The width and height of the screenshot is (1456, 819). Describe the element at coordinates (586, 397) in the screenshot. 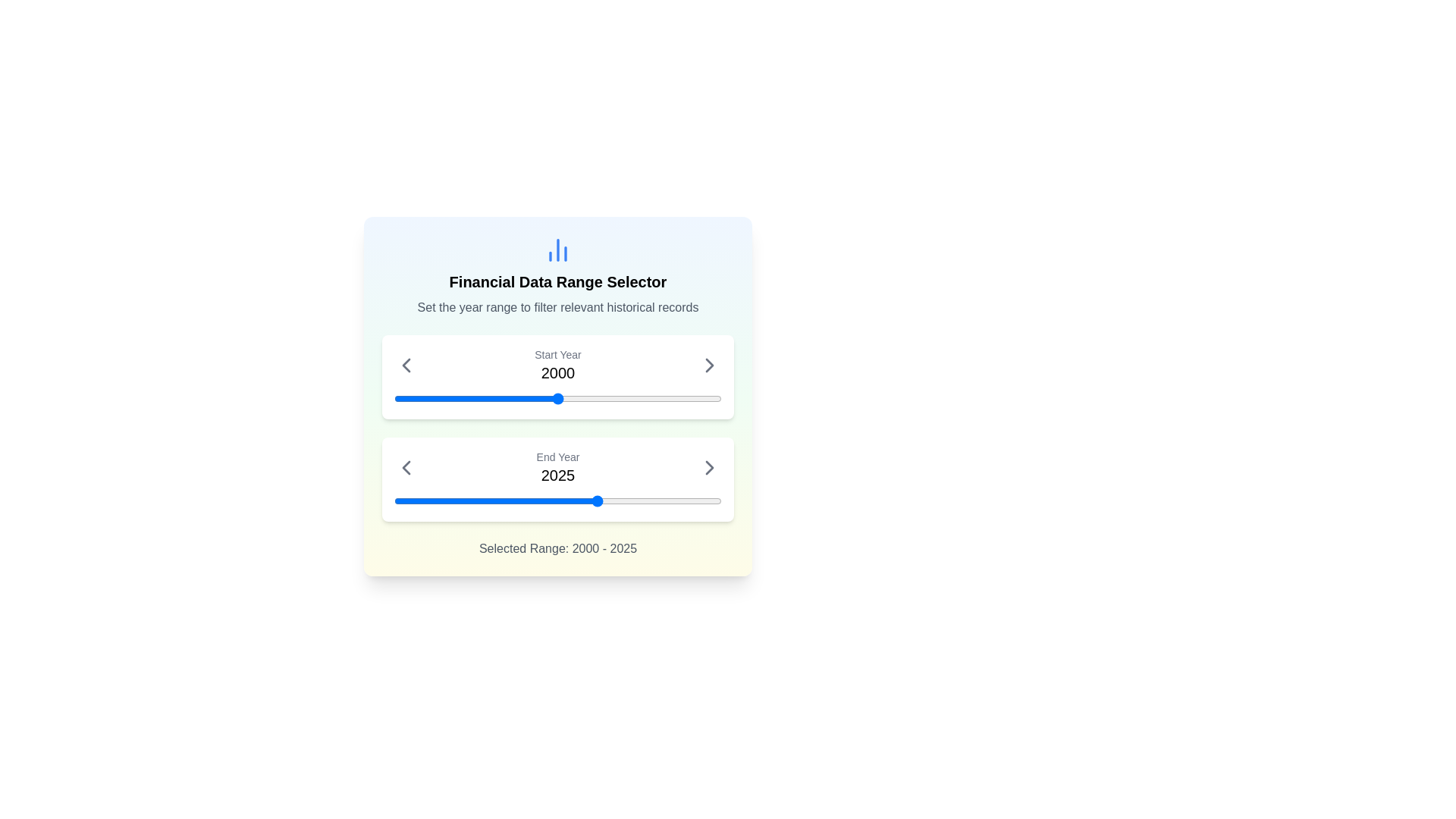

I see `the start year` at that location.